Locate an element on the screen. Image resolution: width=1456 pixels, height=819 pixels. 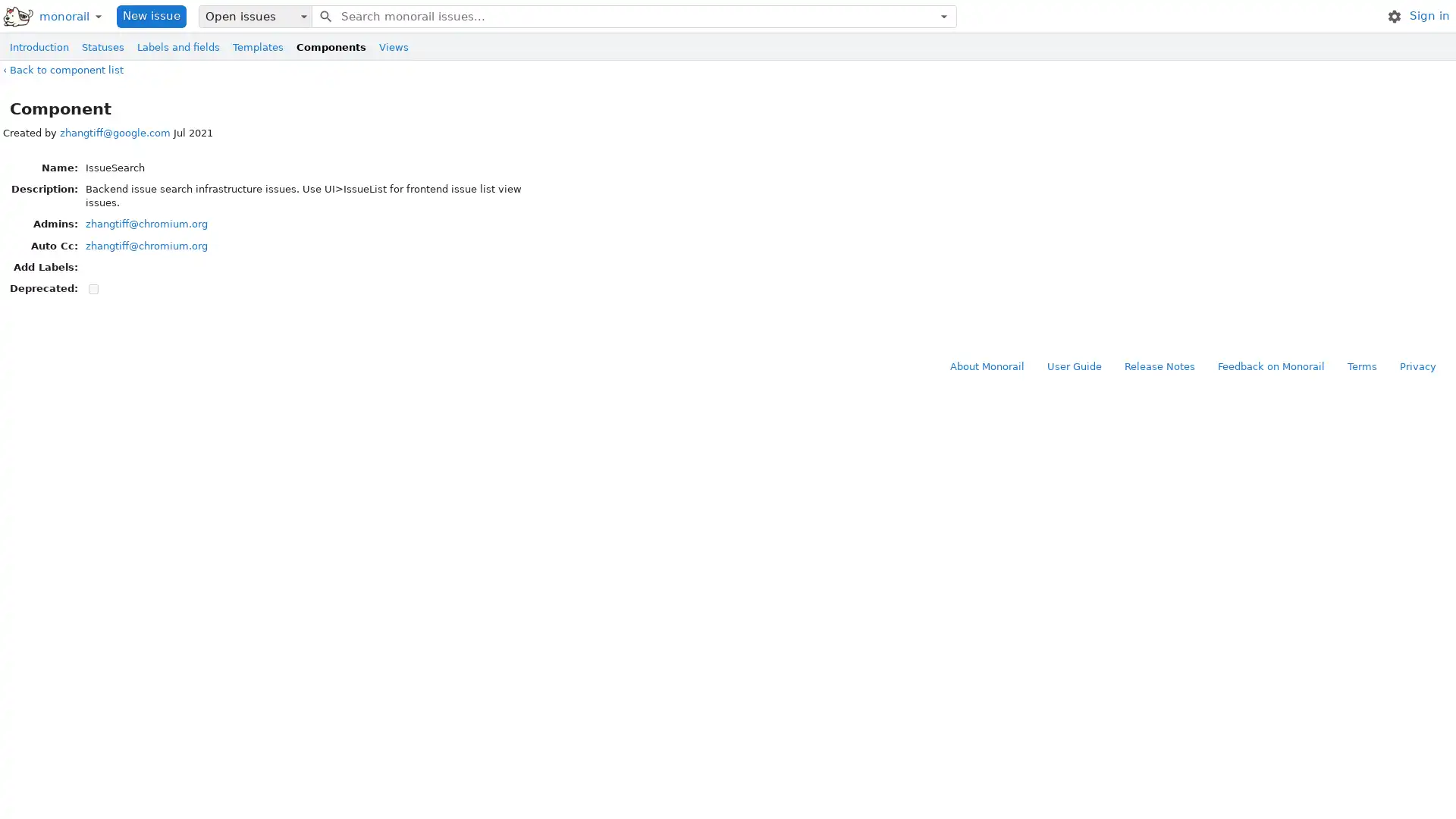
Search options is located at coordinates (943, 15).